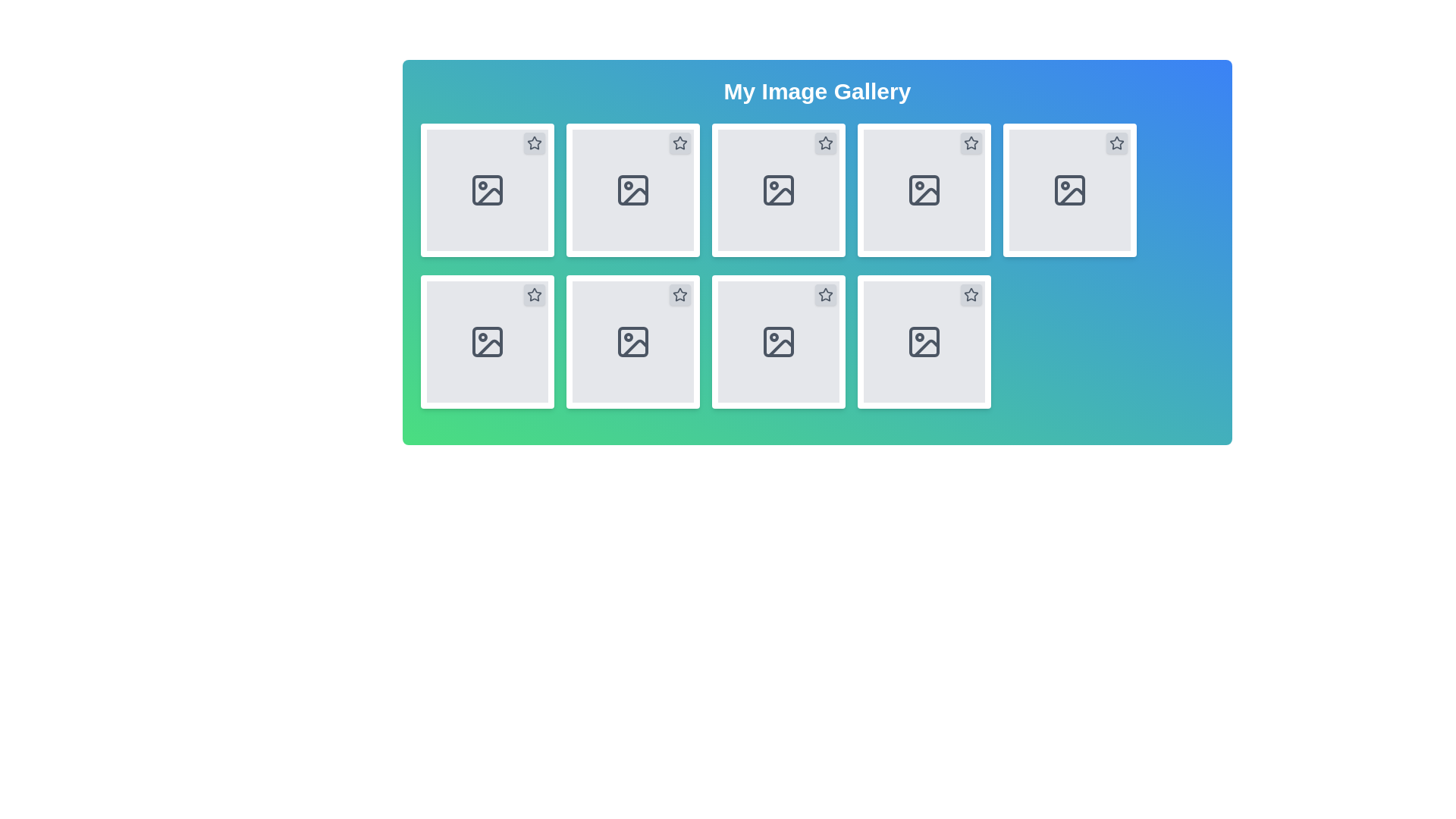  What do you see at coordinates (971, 294) in the screenshot?
I see `the star icon located in the top-right corner of the 8th image card in the gallery` at bounding box center [971, 294].